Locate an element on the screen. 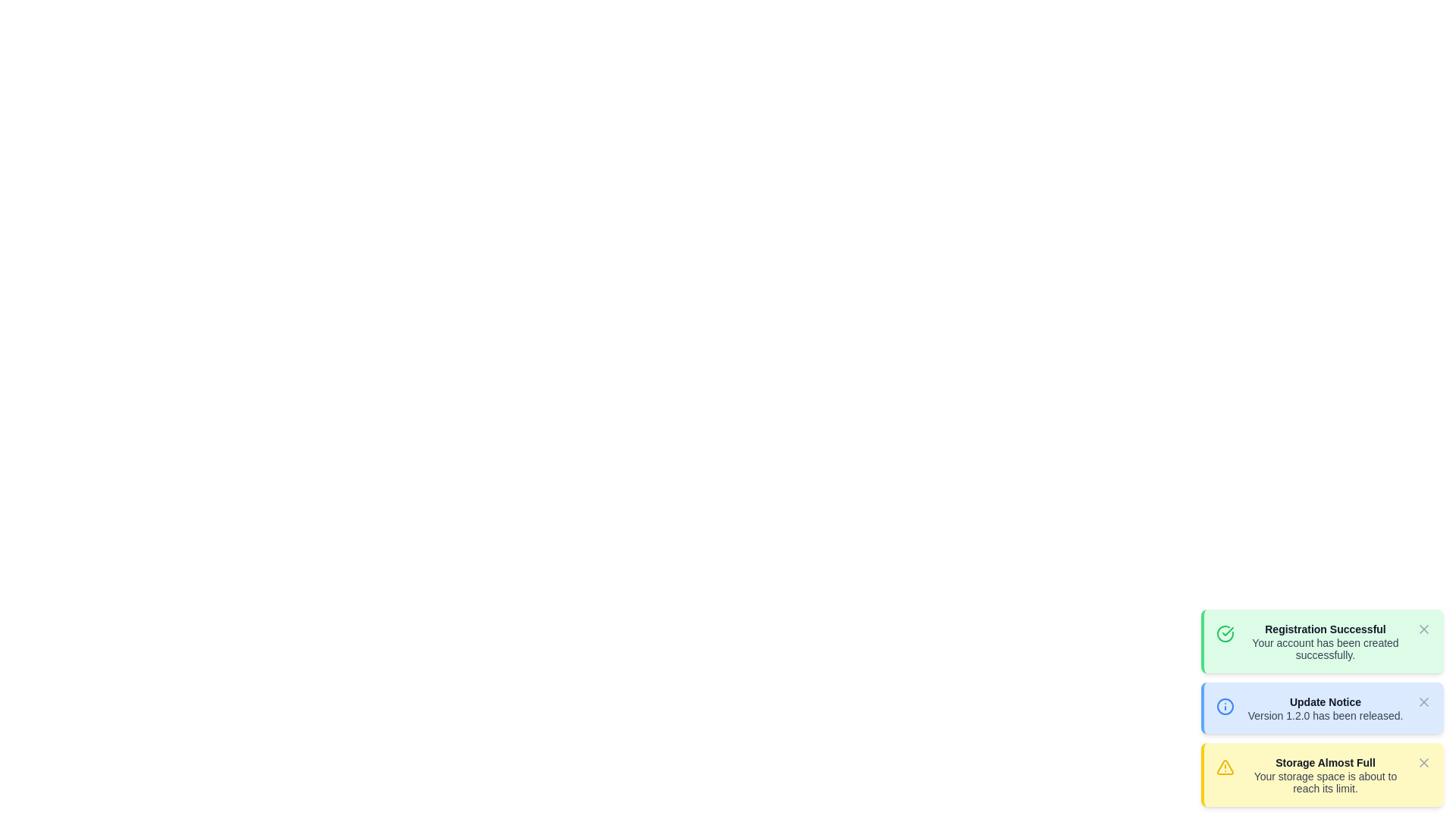  the gray 'X' icon button located in the top-right corner of the green notification box labeled 'Registration Successful' to change its color to a darker gray is located at coordinates (1423, 629).